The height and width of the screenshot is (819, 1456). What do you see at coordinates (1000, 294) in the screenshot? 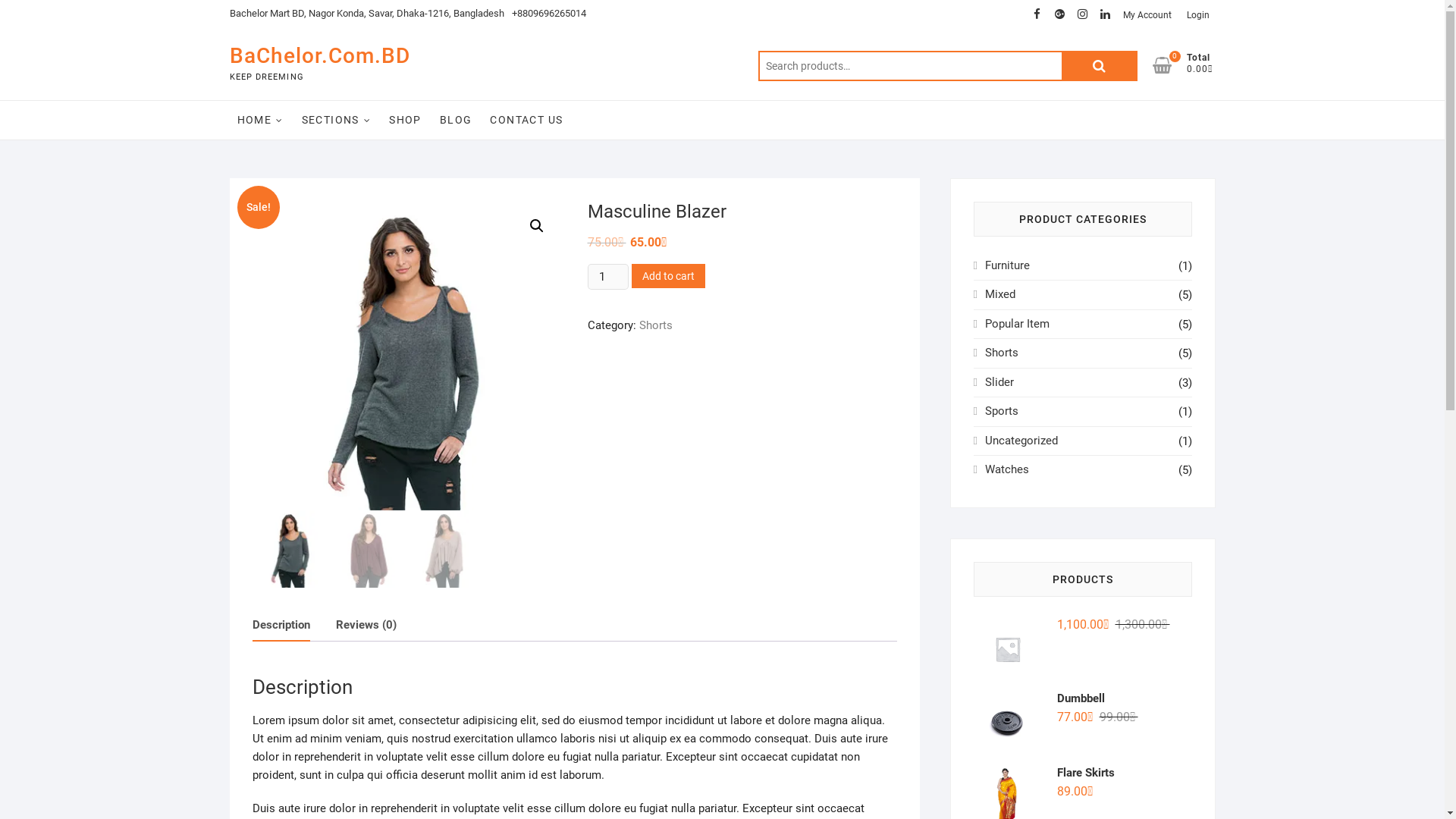
I see `'Mixed'` at bounding box center [1000, 294].